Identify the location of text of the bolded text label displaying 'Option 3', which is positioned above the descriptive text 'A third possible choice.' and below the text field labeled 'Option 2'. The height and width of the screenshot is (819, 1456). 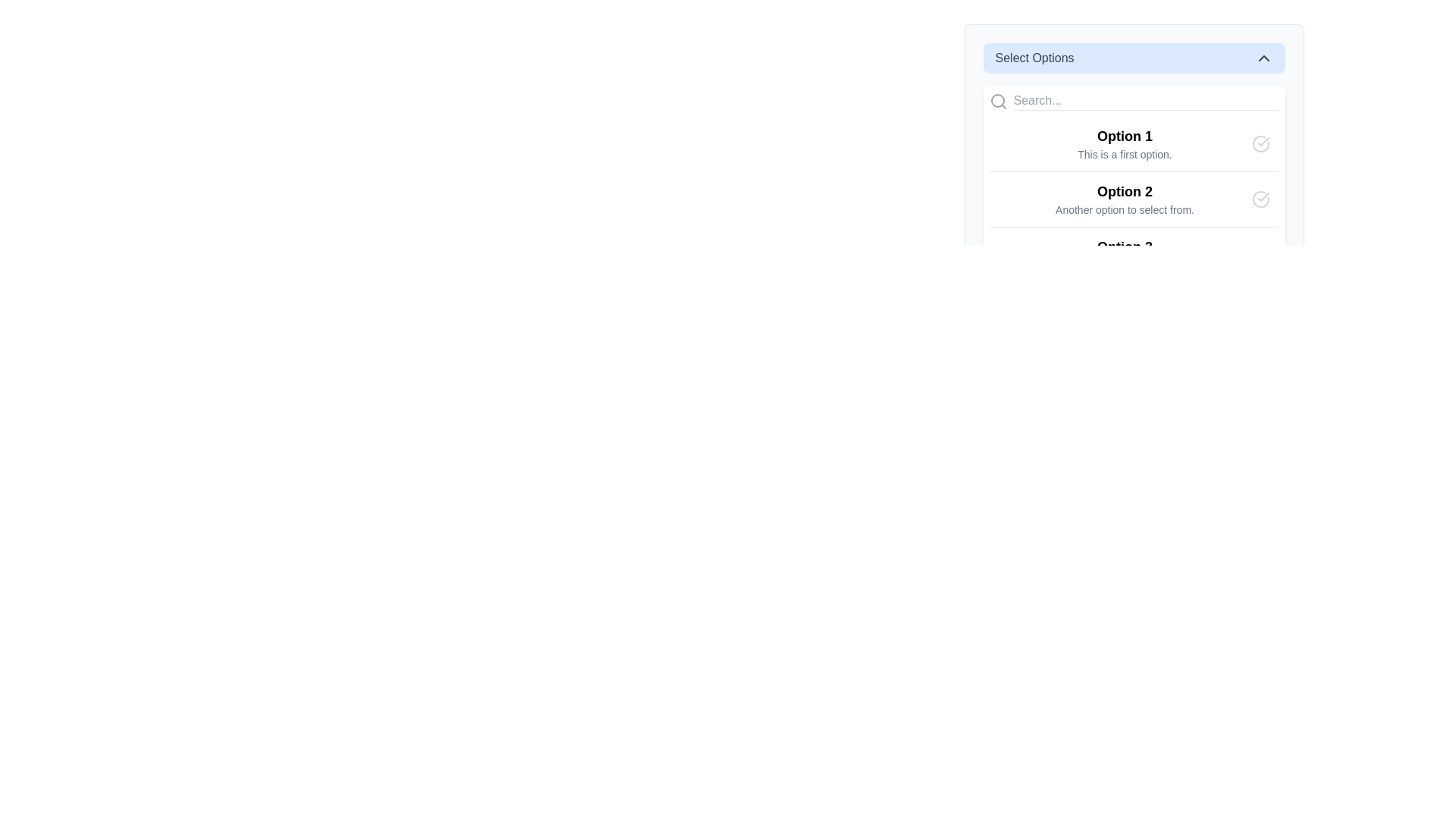
(1125, 246).